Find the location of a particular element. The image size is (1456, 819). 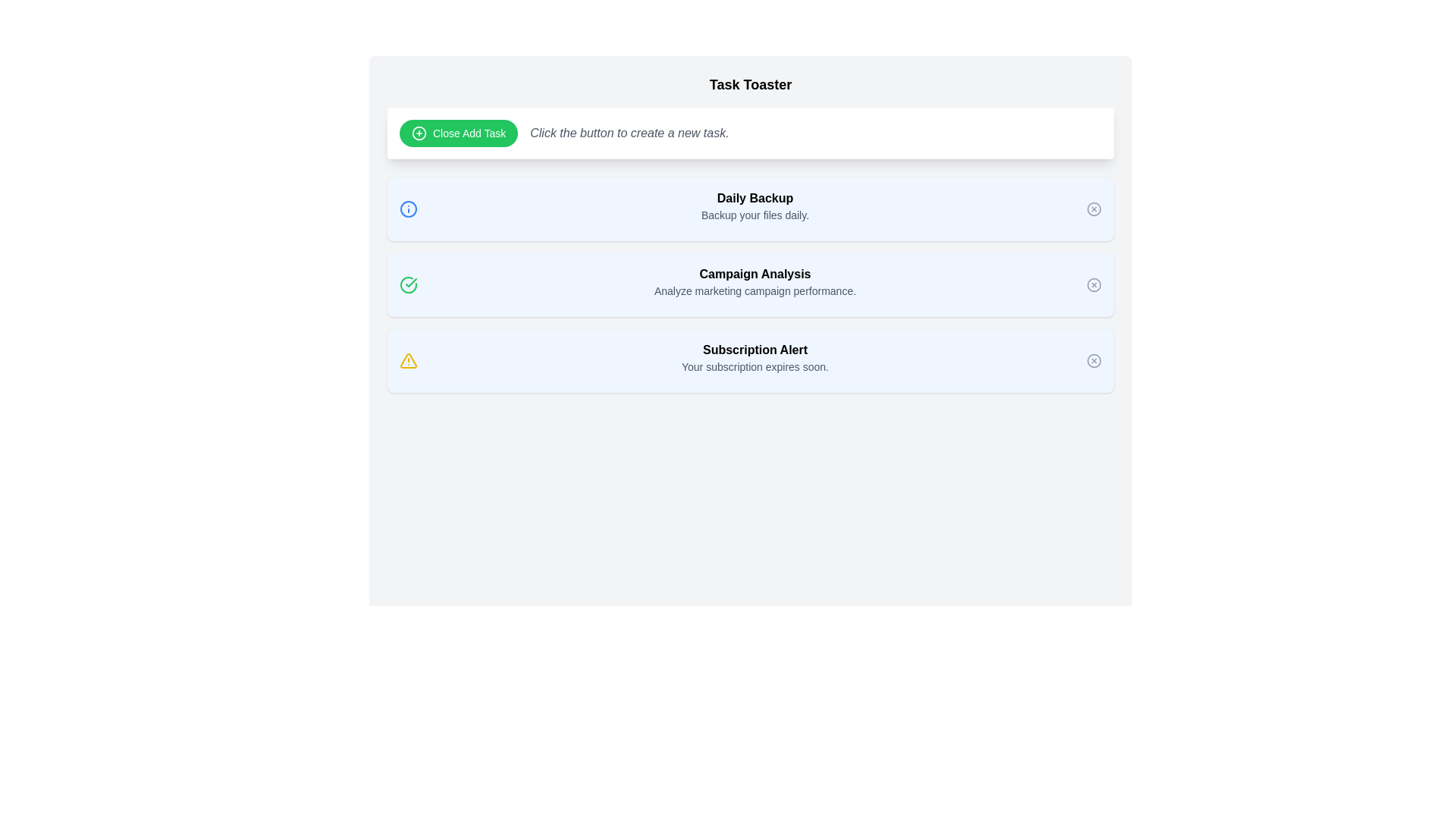

the status indicator icon for the 'Campaign Analysis' entry, which visually signifies successful completion and is located on the left side of the row is located at coordinates (408, 284).